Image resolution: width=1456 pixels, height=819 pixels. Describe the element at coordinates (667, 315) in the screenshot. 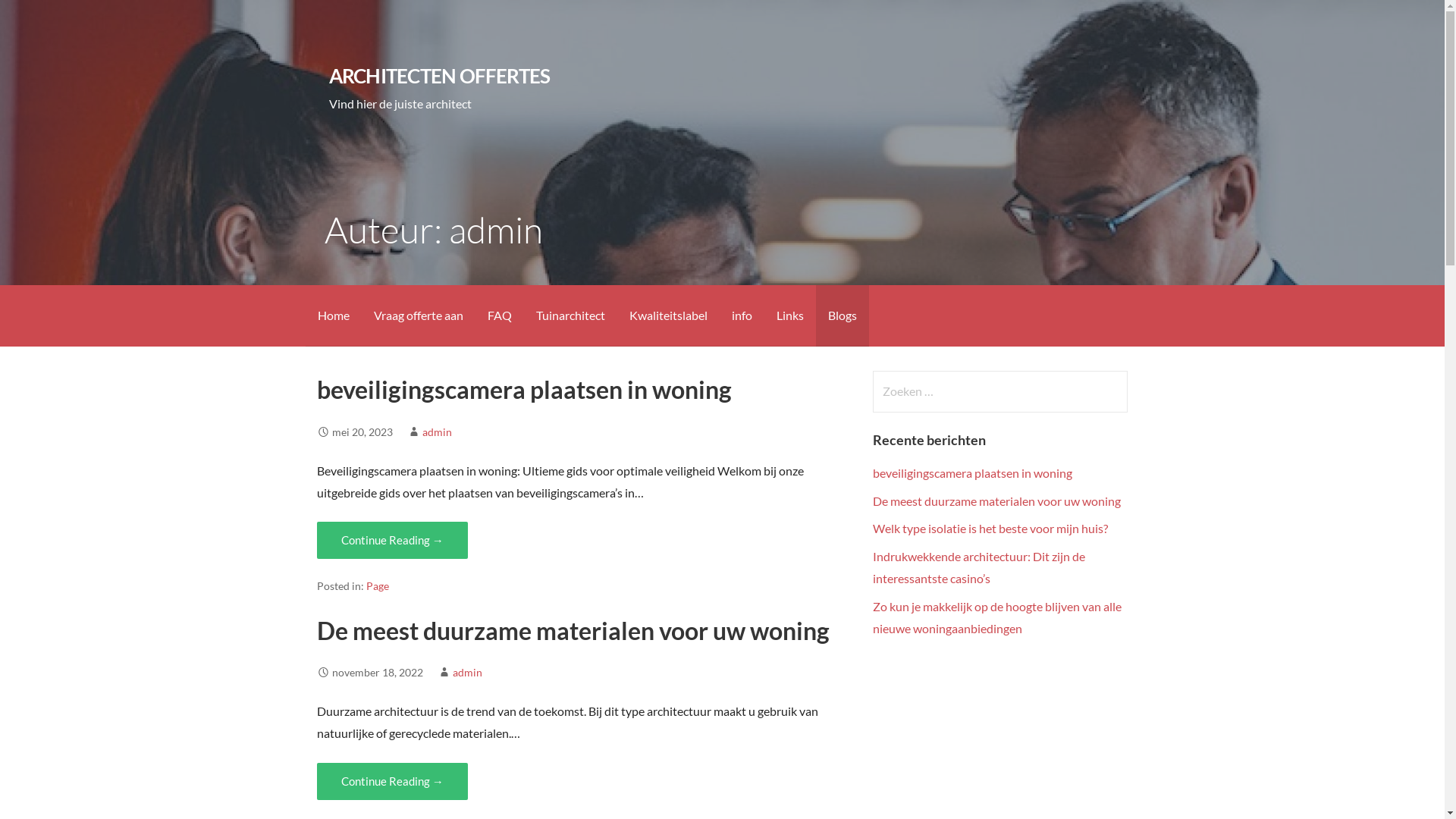

I see `'Kwaliteitslabel'` at that location.